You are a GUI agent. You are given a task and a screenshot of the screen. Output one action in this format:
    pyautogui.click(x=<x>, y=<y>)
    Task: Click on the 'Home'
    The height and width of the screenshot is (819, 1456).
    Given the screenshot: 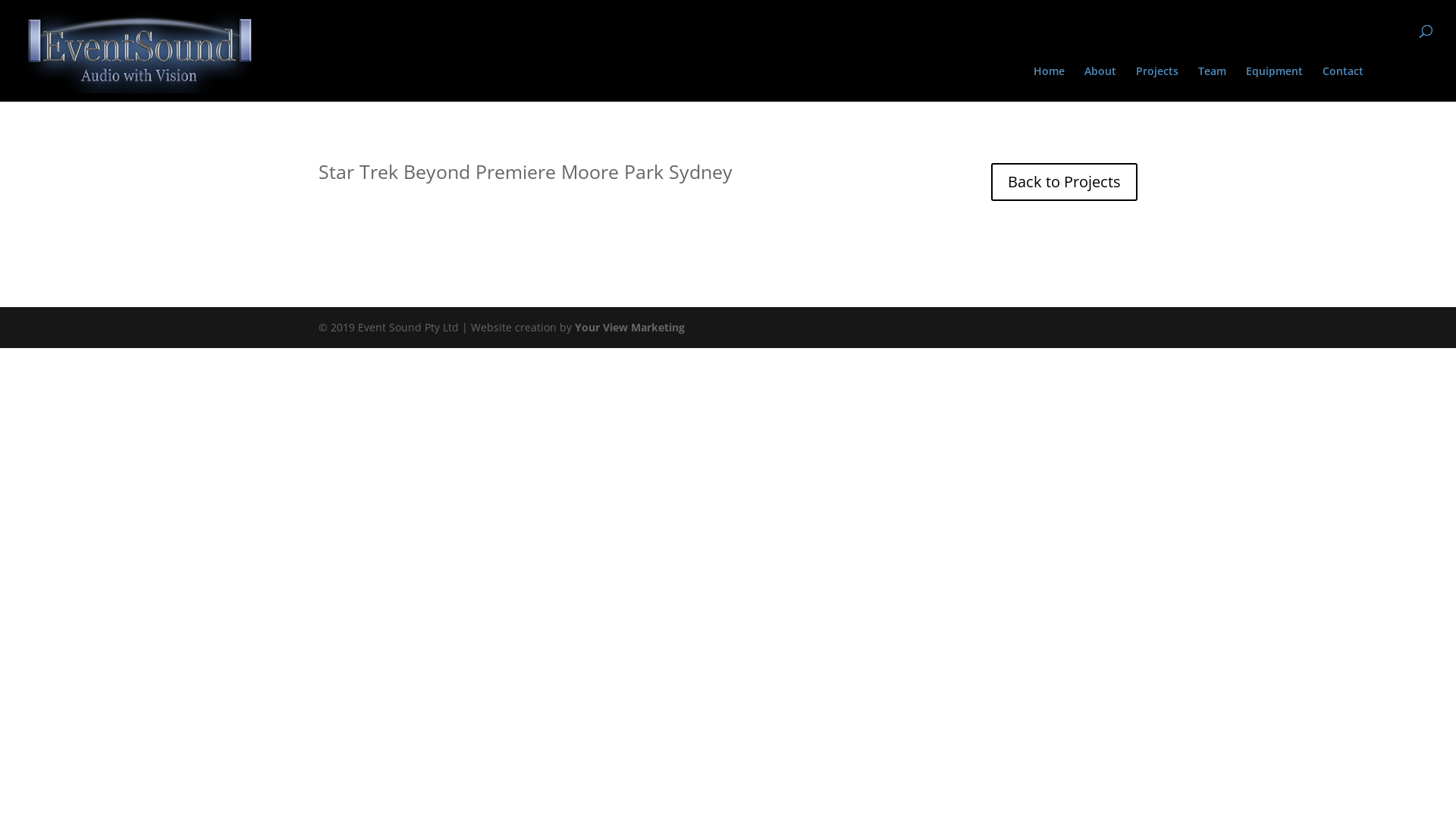 What is the action you would take?
    pyautogui.click(x=1048, y=83)
    